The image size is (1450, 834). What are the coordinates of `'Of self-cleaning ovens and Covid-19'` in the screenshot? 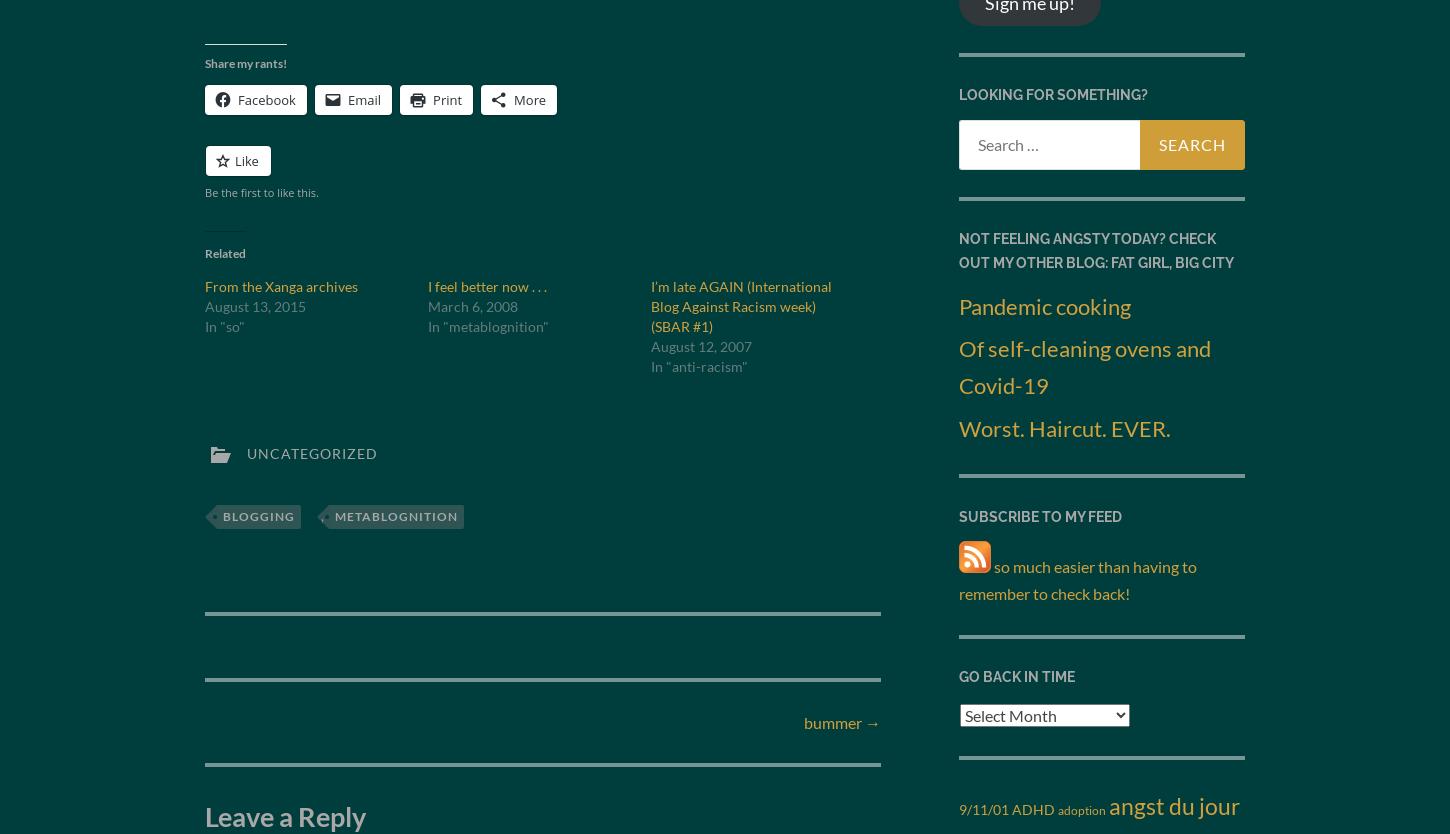 It's located at (958, 365).